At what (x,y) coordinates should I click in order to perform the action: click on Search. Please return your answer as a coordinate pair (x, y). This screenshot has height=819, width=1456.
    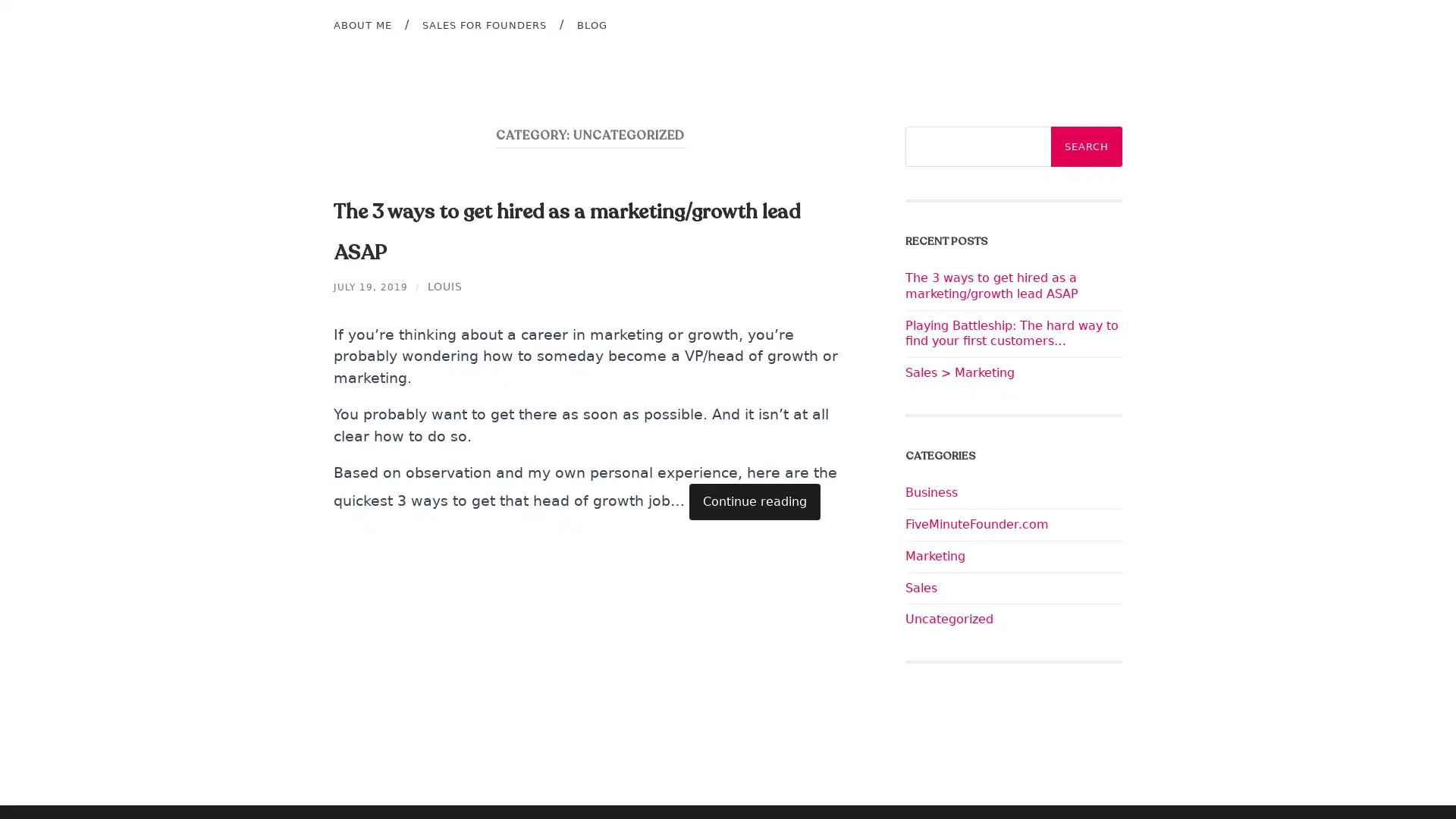
    Looking at the image, I should click on (1086, 146).